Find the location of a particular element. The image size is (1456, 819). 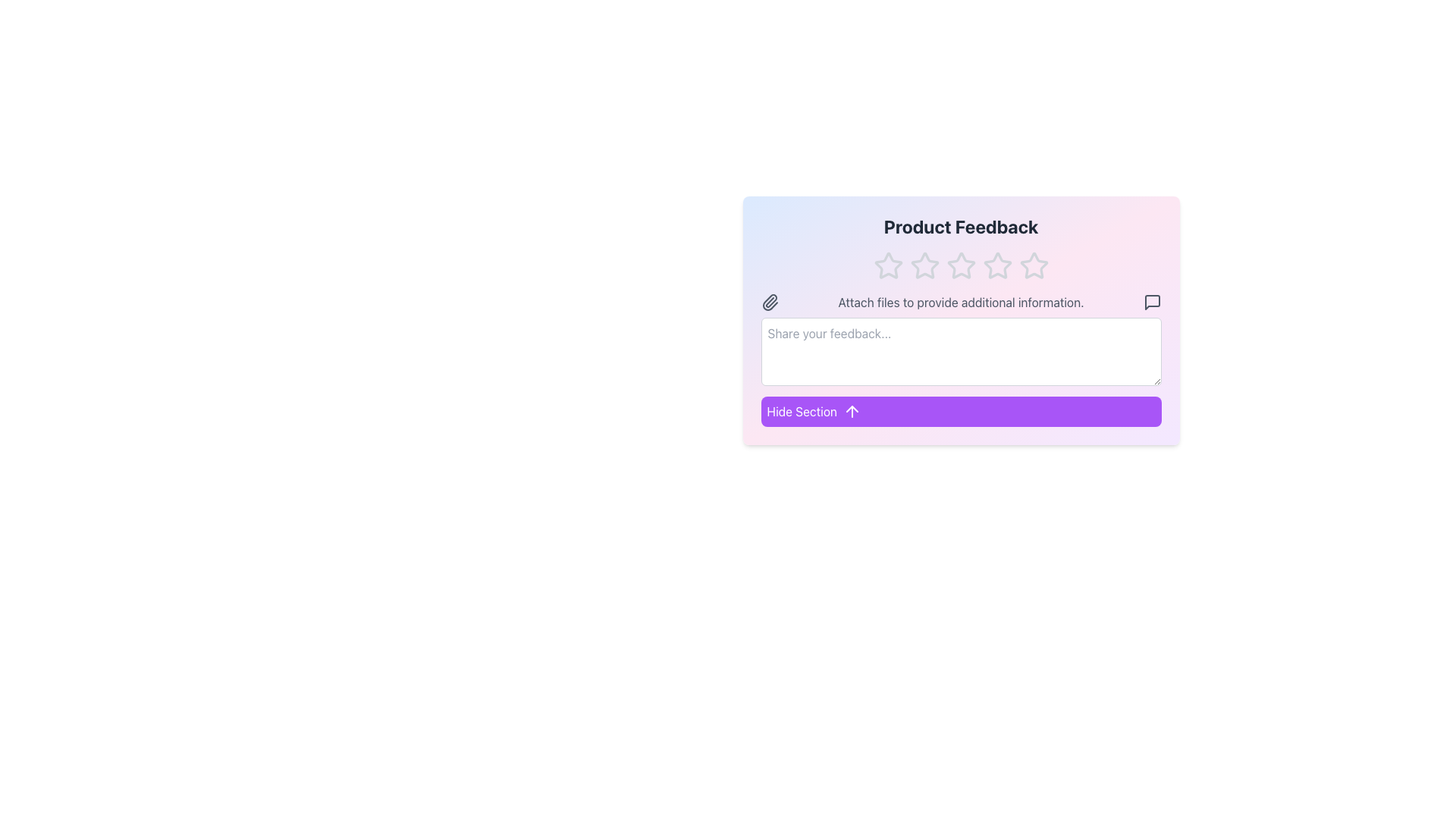

the first star icon from the left in a row of five identical stars located below the 'Product Feedback' heading is located at coordinates (888, 265).